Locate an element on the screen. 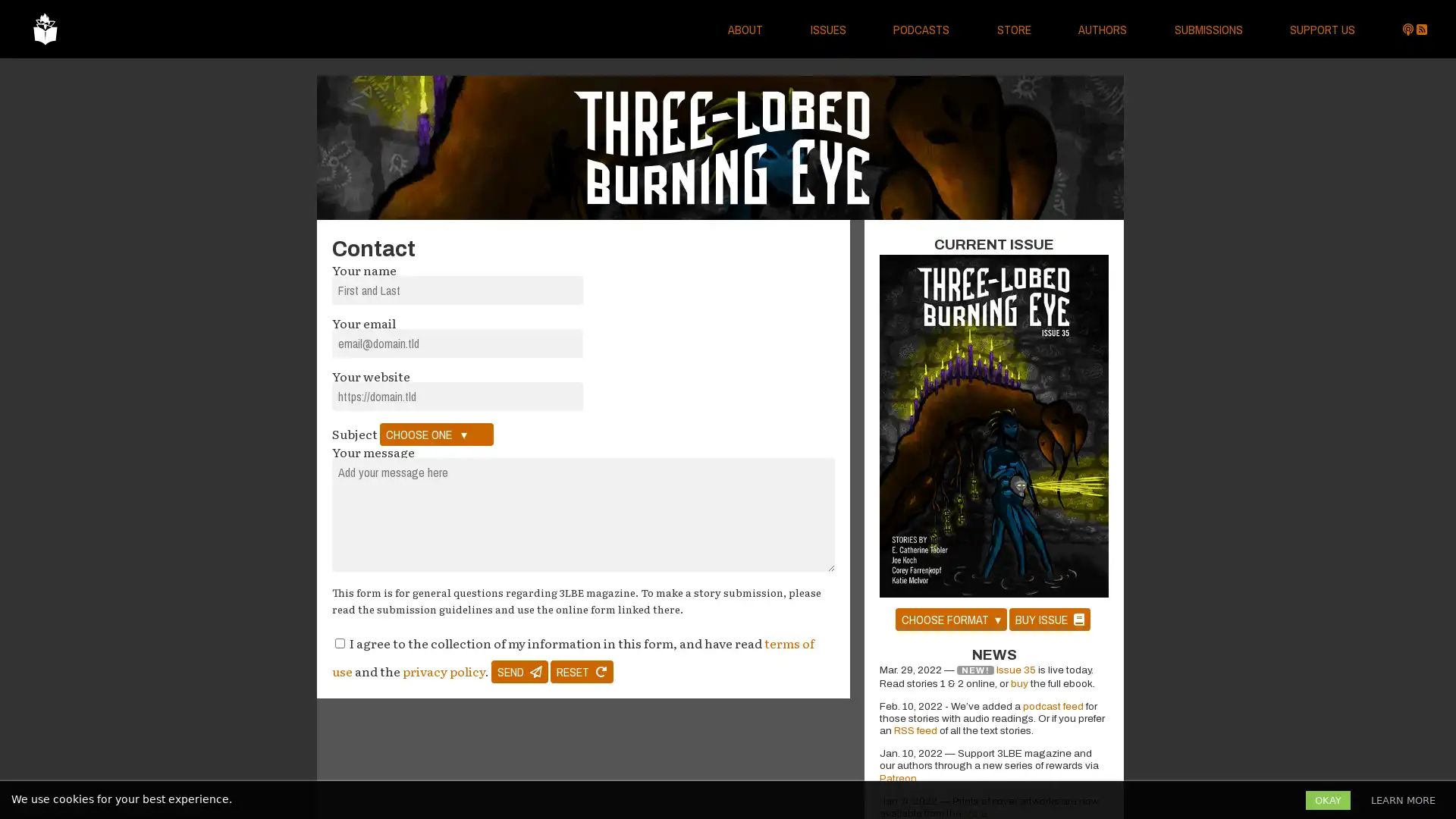  BUY ISSUE is located at coordinates (1048, 619).